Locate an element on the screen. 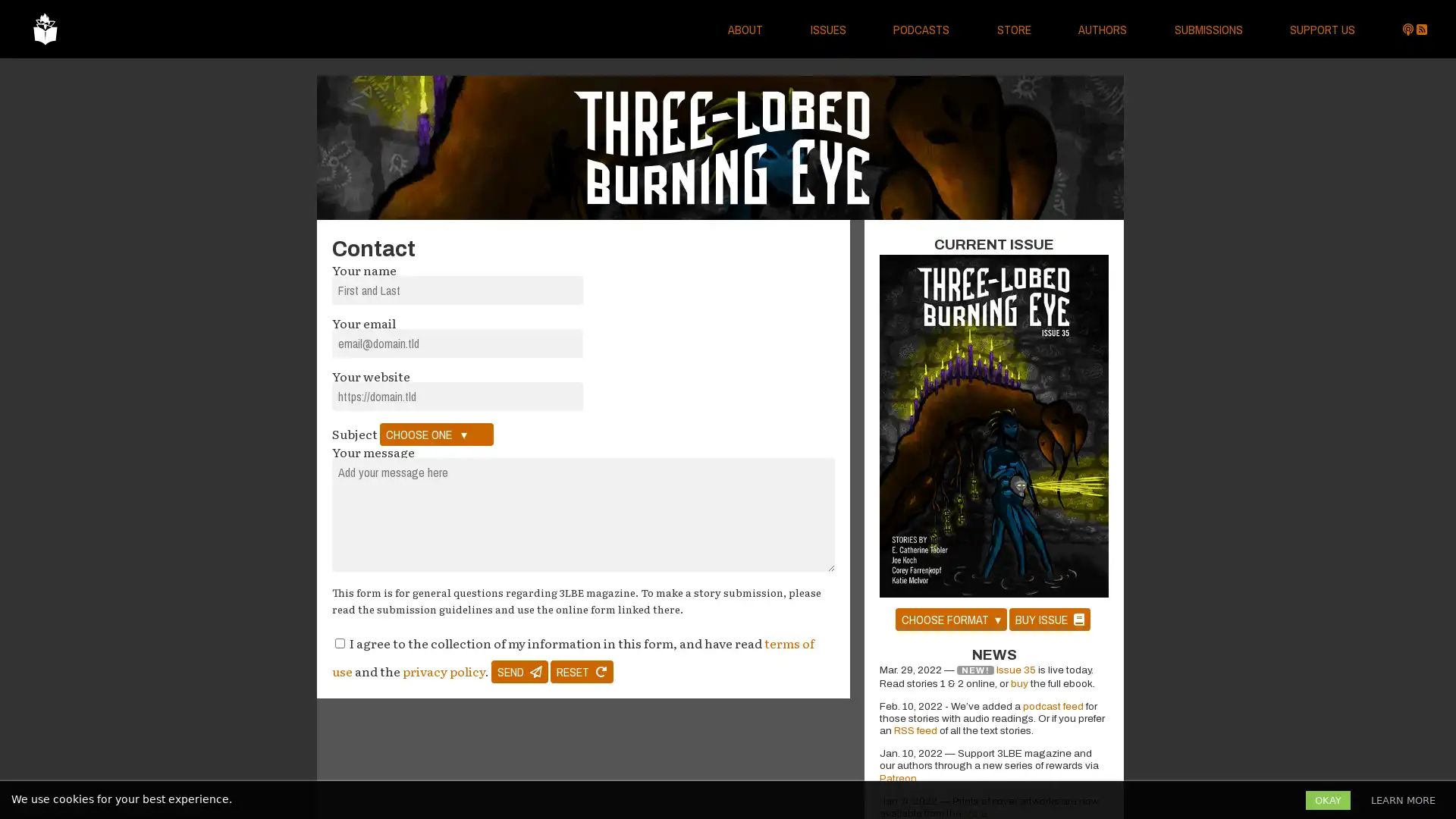  BUY ISSUE is located at coordinates (1048, 619).